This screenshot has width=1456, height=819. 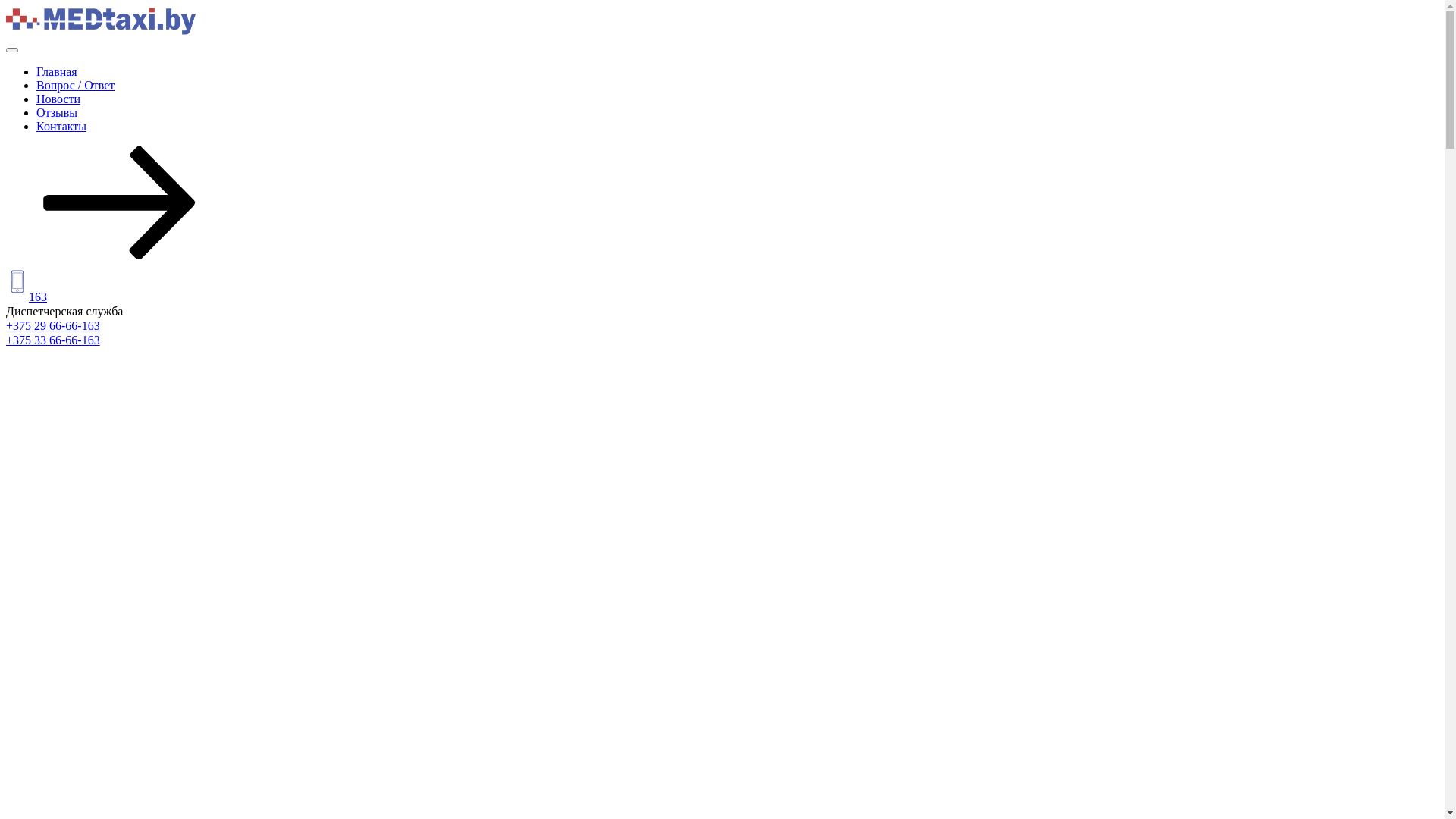 What do you see at coordinates (53, 325) in the screenshot?
I see `'+375 29 66-66-163'` at bounding box center [53, 325].